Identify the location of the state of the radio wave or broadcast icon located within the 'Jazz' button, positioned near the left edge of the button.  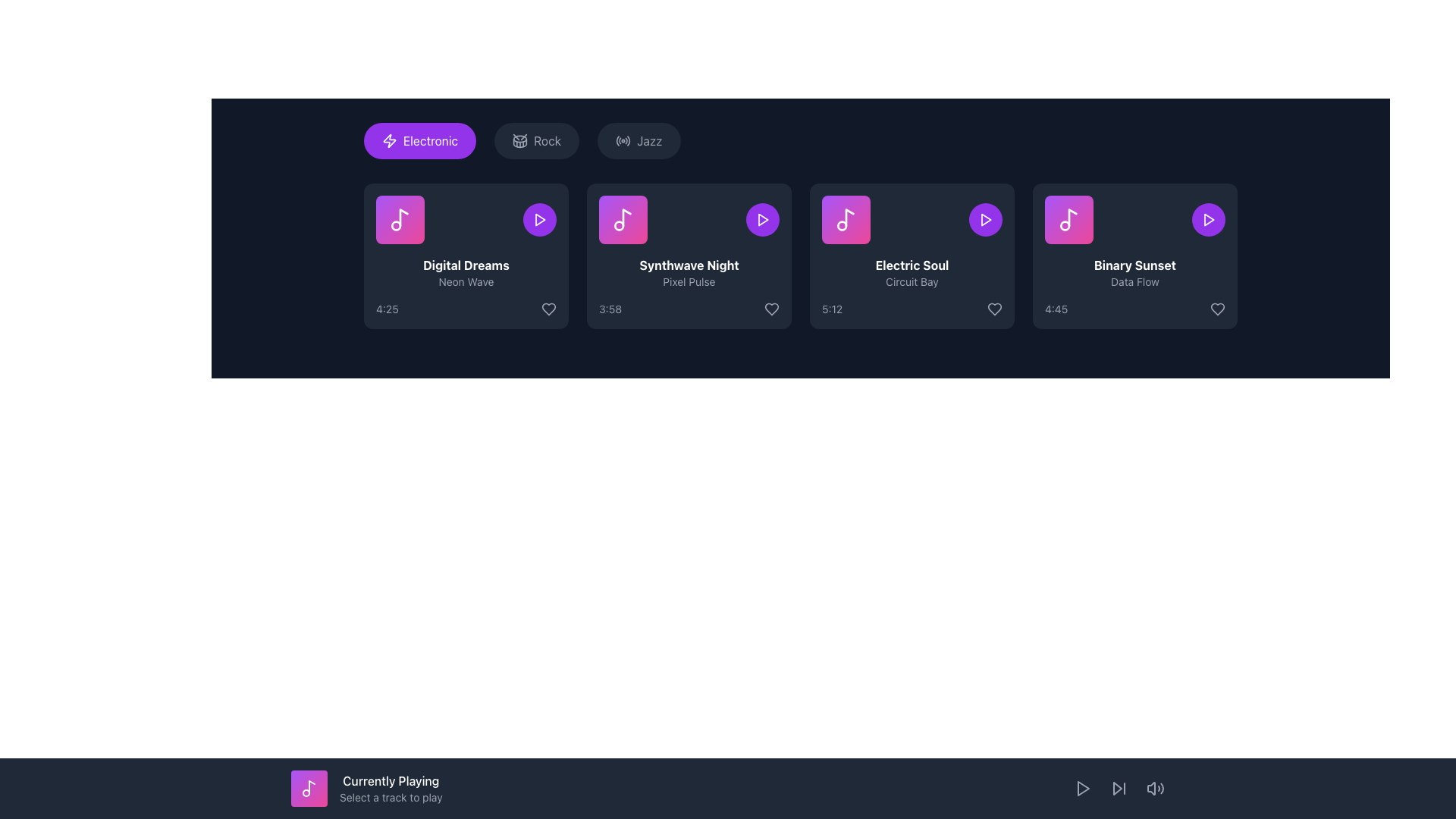
(623, 140).